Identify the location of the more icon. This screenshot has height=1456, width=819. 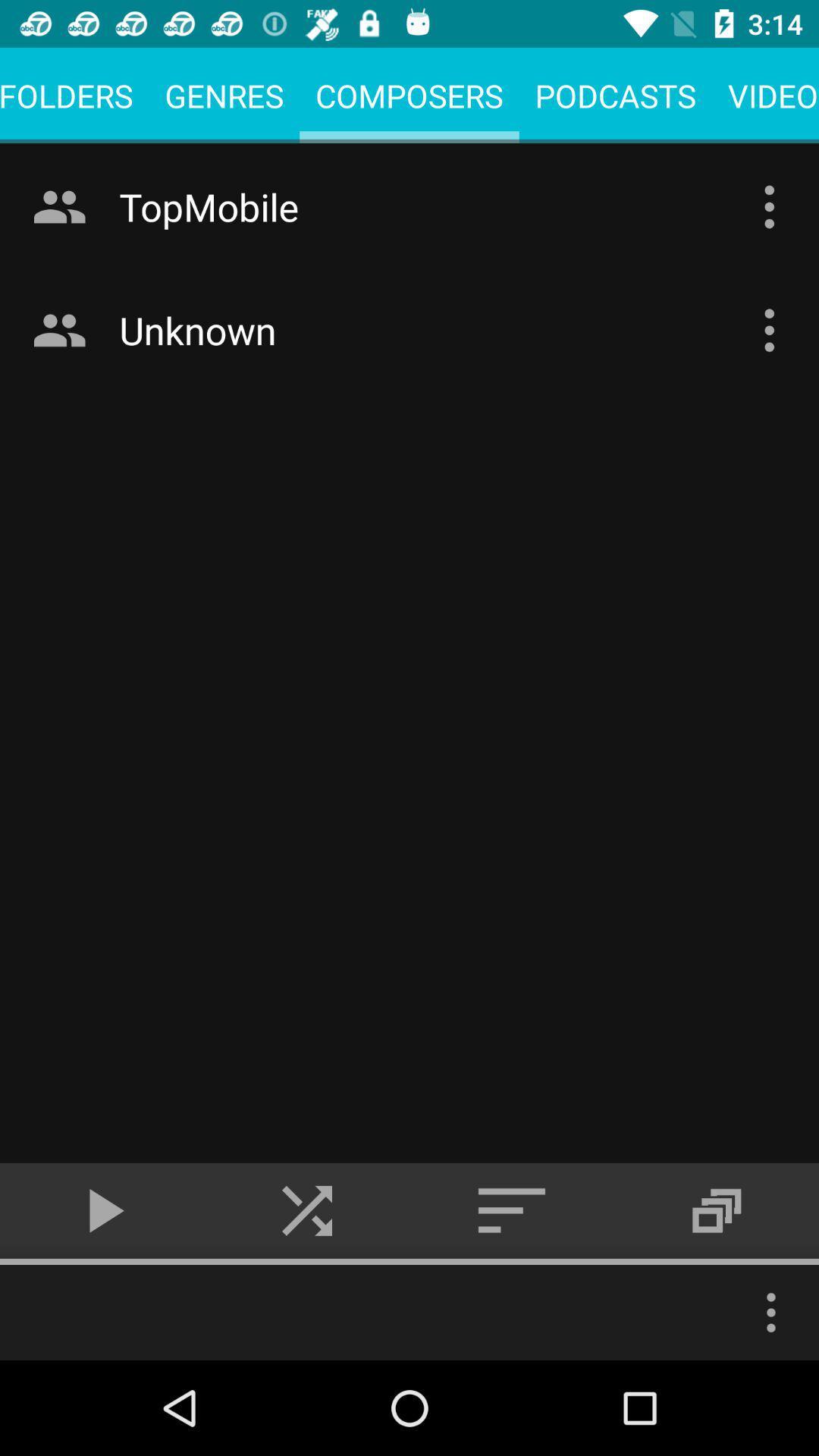
(771, 1312).